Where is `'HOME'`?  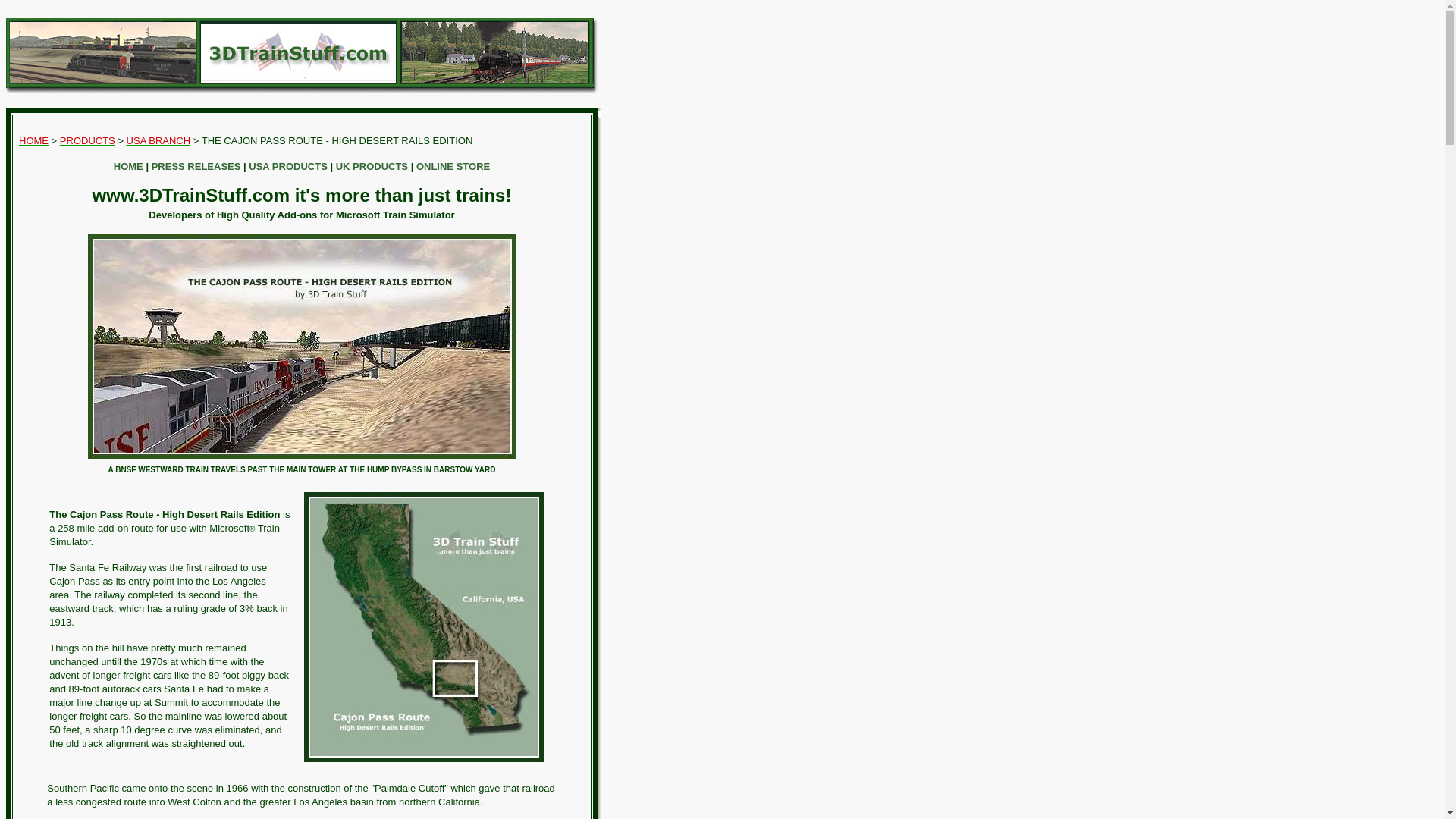
'HOME' is located at coordinates (33, 140).